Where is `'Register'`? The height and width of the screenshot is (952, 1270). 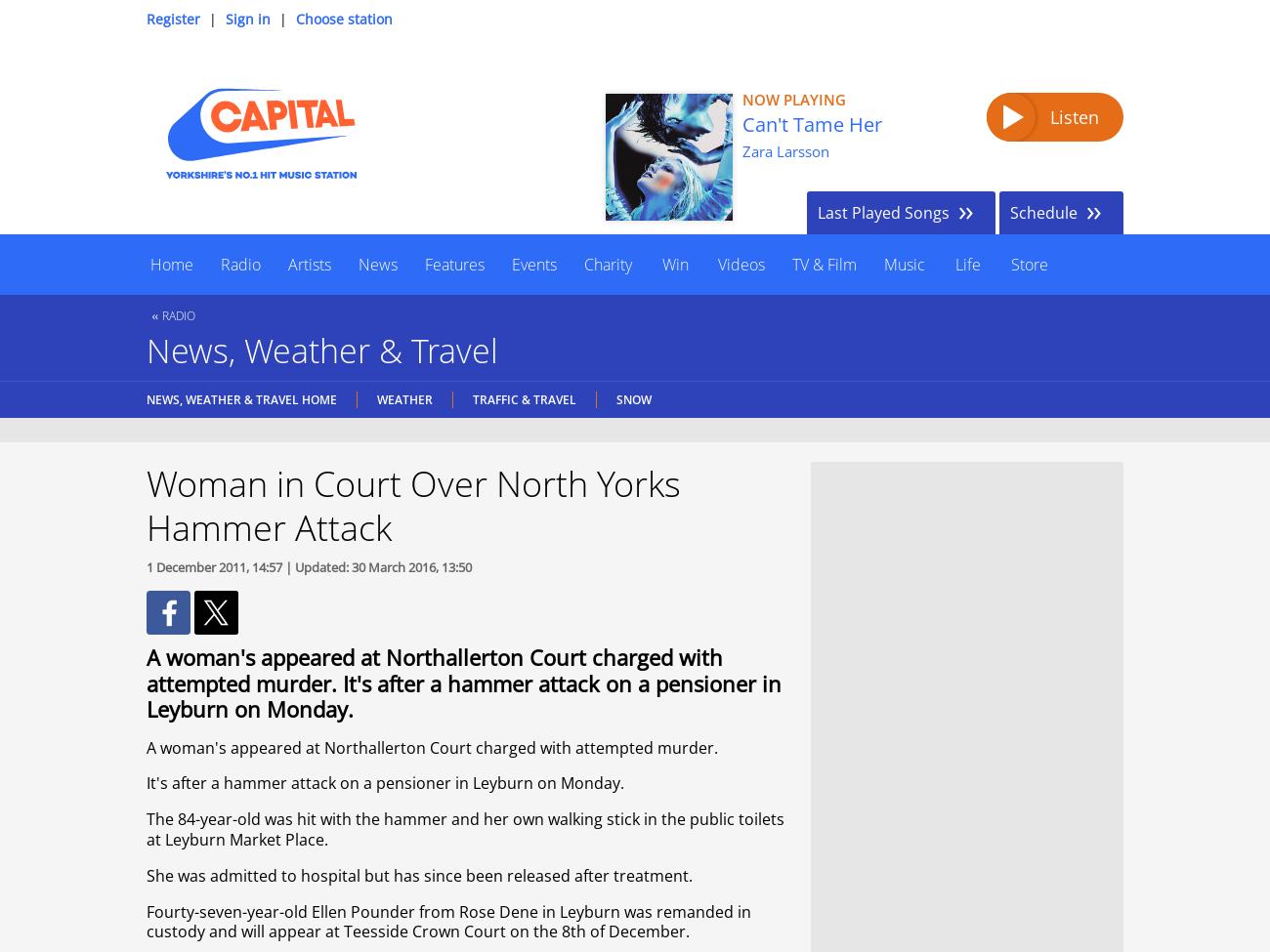 'Register' is located at coordinates (173, 19).